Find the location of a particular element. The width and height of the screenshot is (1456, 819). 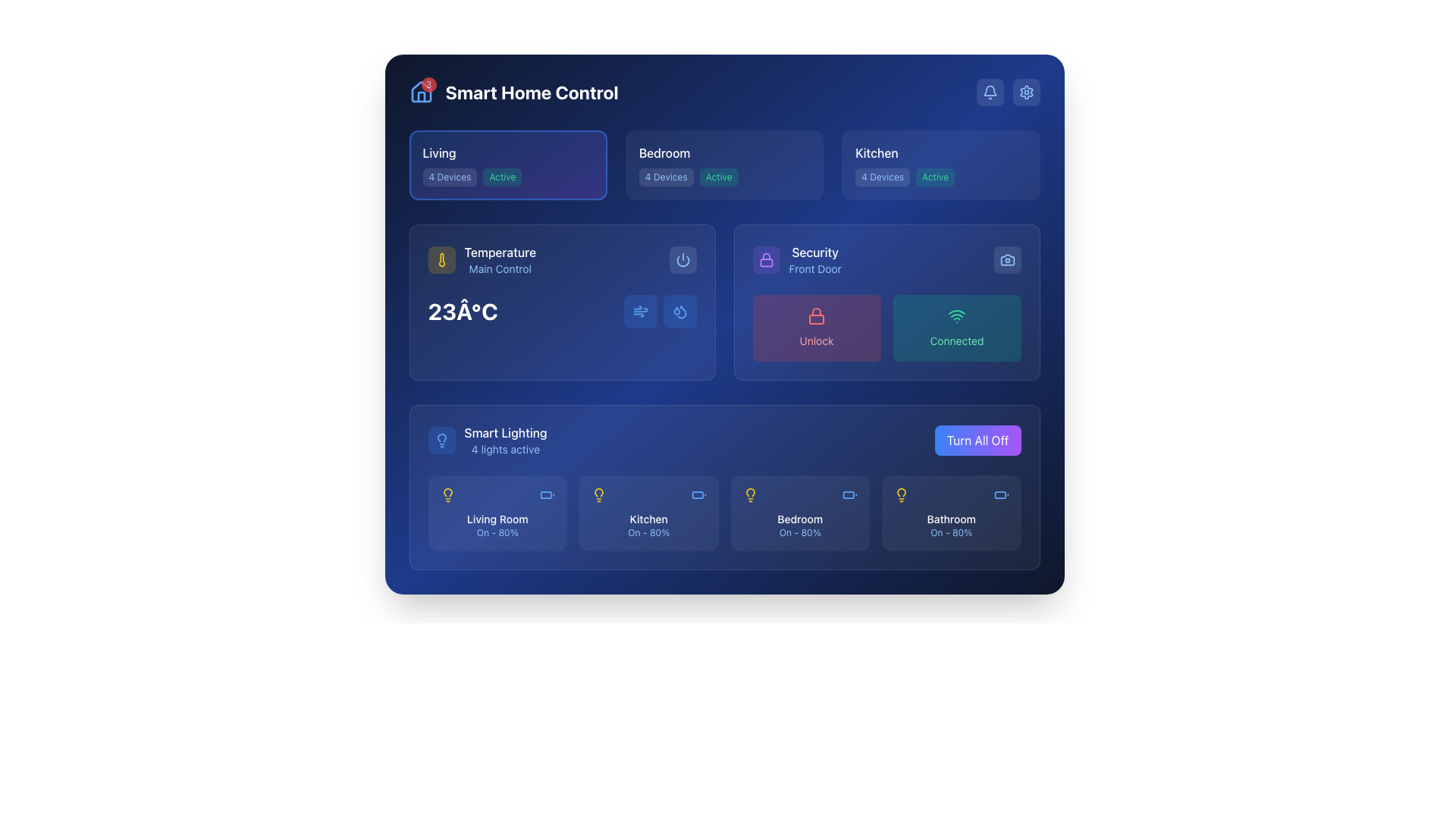

the camera icon located in the top-right corner of the 'Security' card, which represents functionalities related to security camera monitoring is located at coordinates (1007, 259).